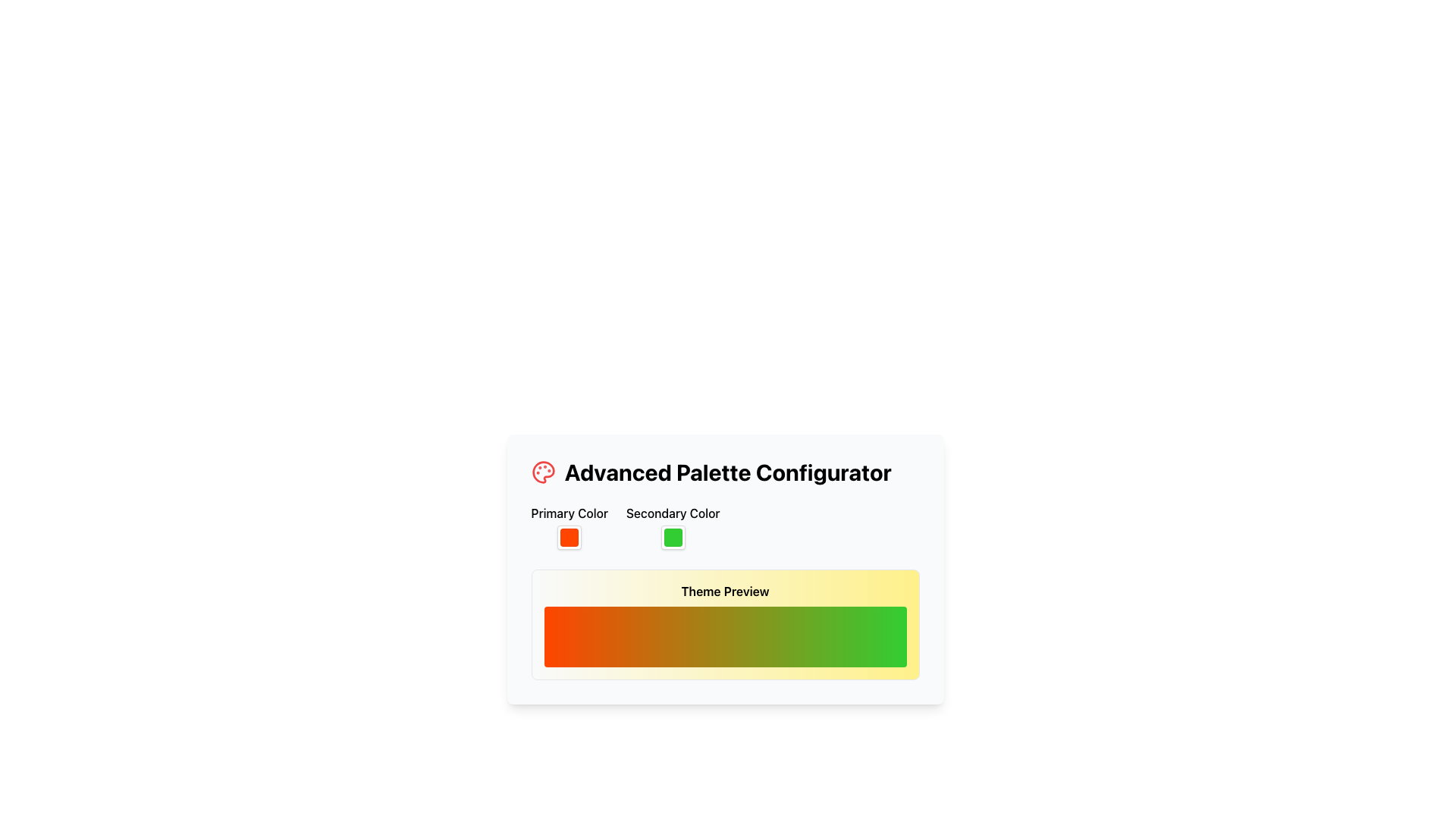 This screenshot has width=1456, height=819. I want to click on the text label indicating the selected primary color's role in the configuration, which is located slightly above the orange color swatch and to the left of the 'Secondary Color' label, so click(569, 513).